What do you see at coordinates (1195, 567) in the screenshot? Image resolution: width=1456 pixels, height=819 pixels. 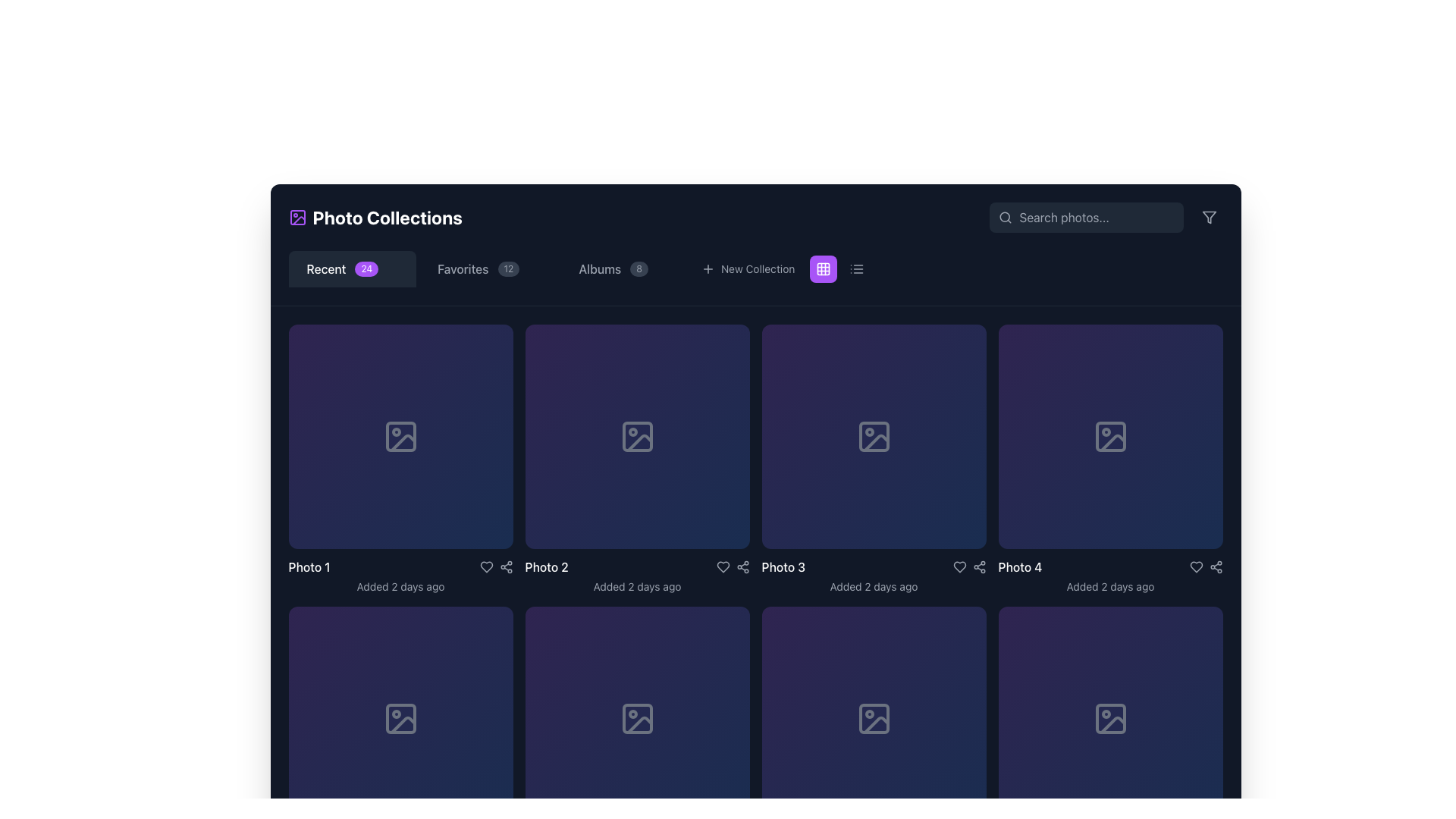 I see `the heart-shaped like button located to the right of the 'Photo 4' label in the gallery to like or favorite the item` at bounding box center [1195, 567].